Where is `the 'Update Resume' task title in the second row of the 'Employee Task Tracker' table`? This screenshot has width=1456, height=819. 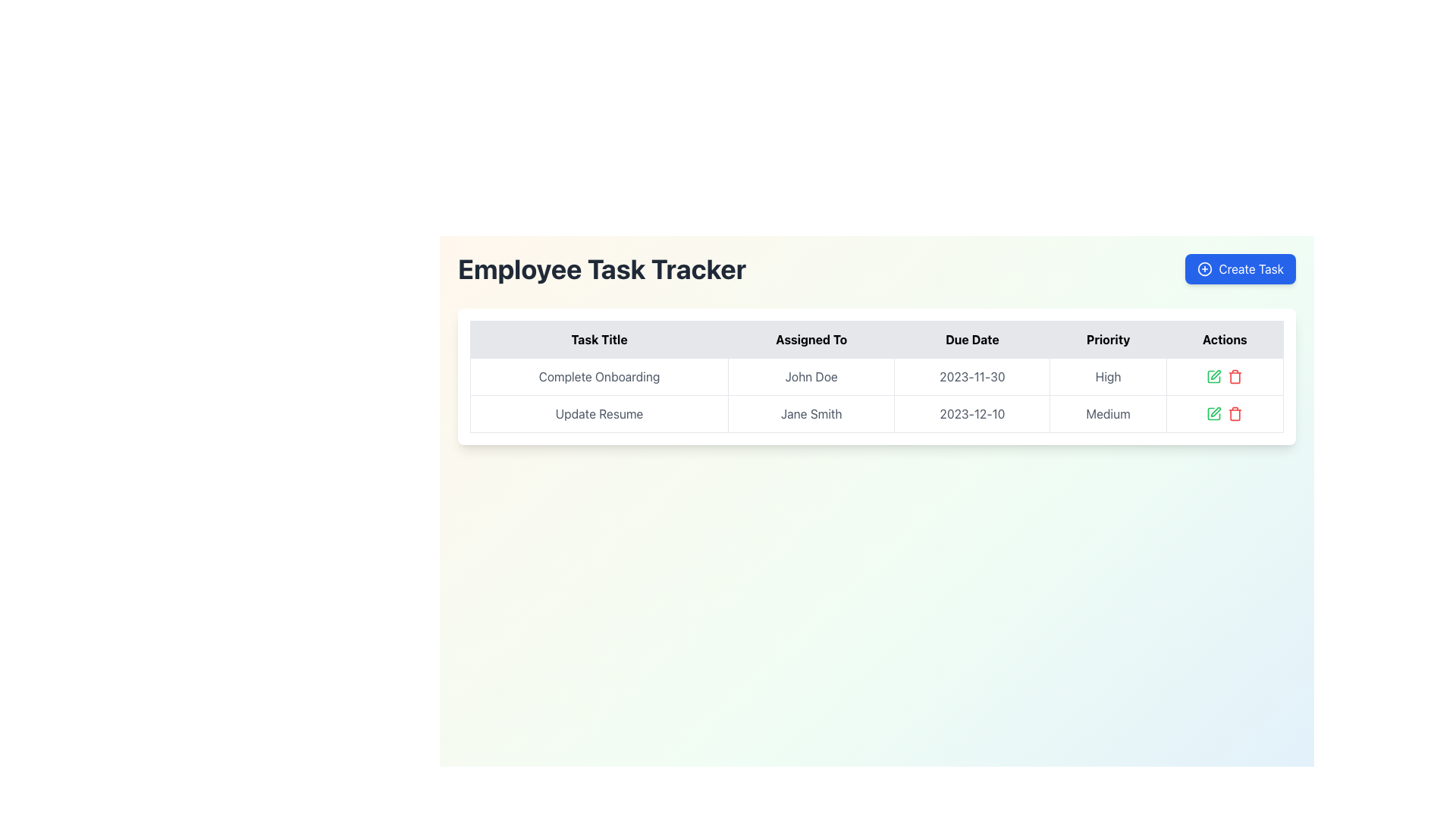
the 'Update Resume' task title in the second row of the 'Employee Task Tracker' table is located at coordinates (598, 414).